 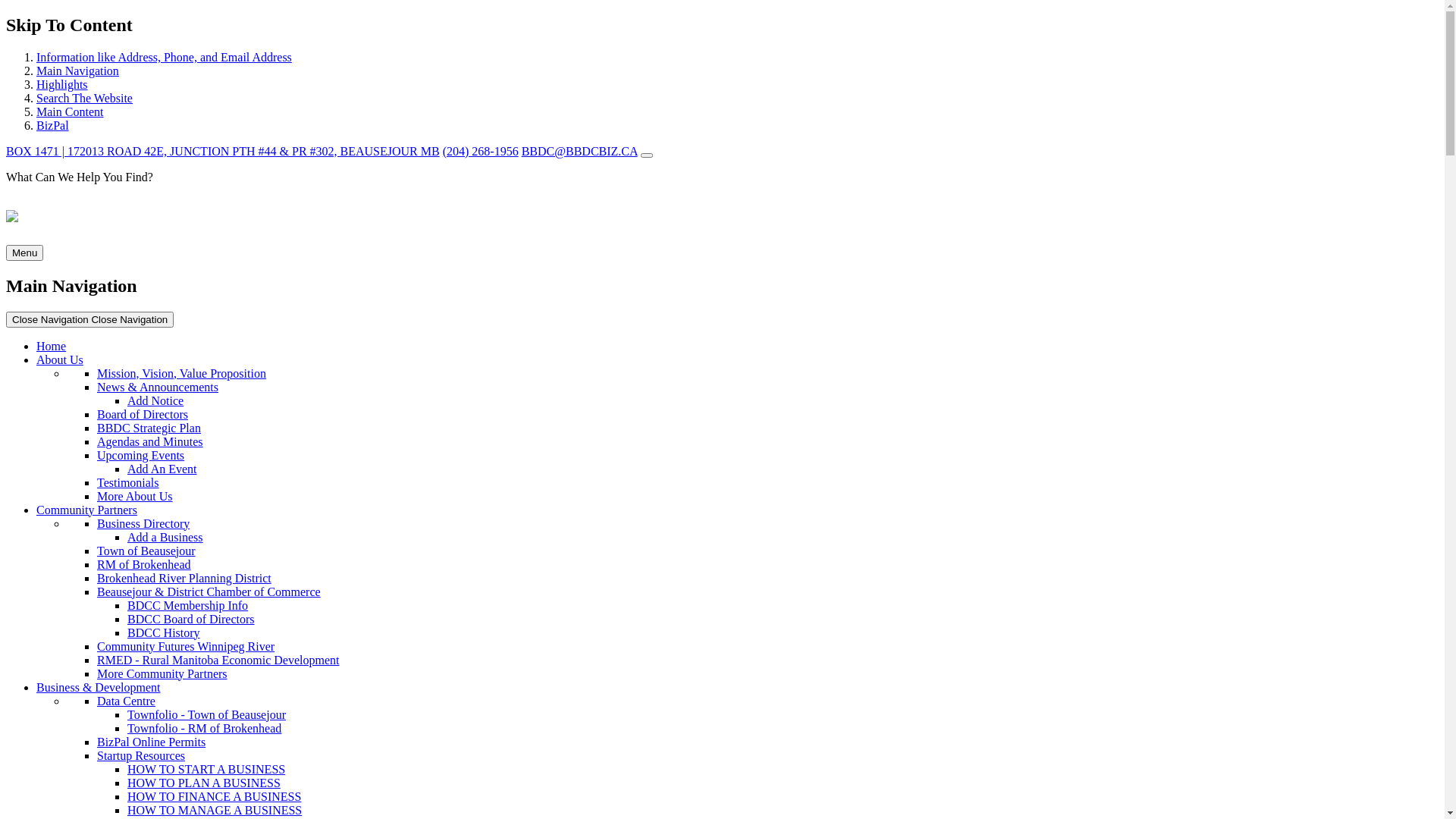 I want to click on 'Menu', so click(x=6, y=252).